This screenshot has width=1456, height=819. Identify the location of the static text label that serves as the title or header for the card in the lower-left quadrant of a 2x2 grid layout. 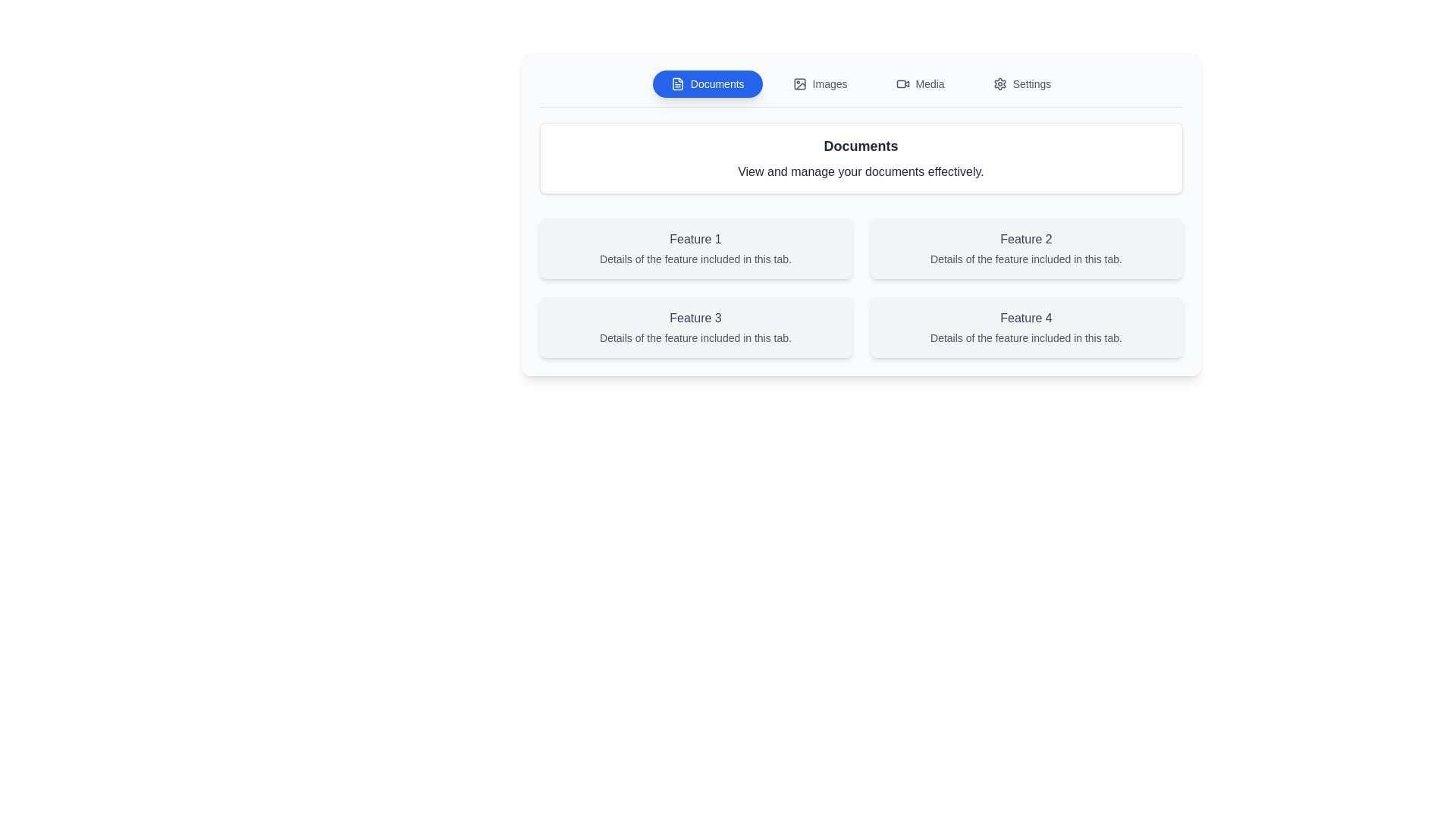
(695, 318).